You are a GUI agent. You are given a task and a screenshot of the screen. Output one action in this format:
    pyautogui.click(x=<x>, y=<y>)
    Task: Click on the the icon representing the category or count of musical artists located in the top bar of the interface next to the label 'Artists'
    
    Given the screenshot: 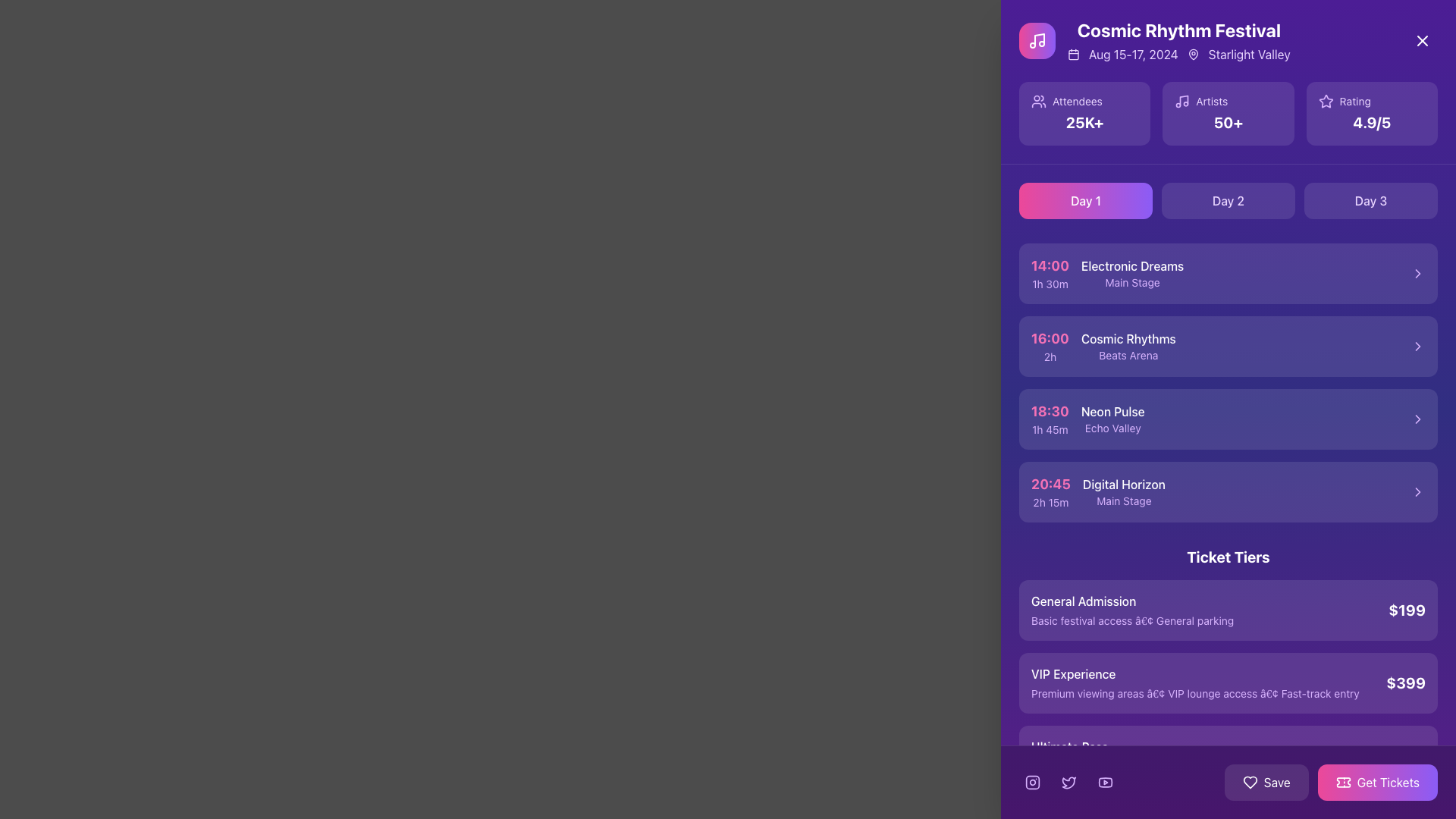 What is the action you would take?
    pyautogui.click(x=1181, y=102)
    